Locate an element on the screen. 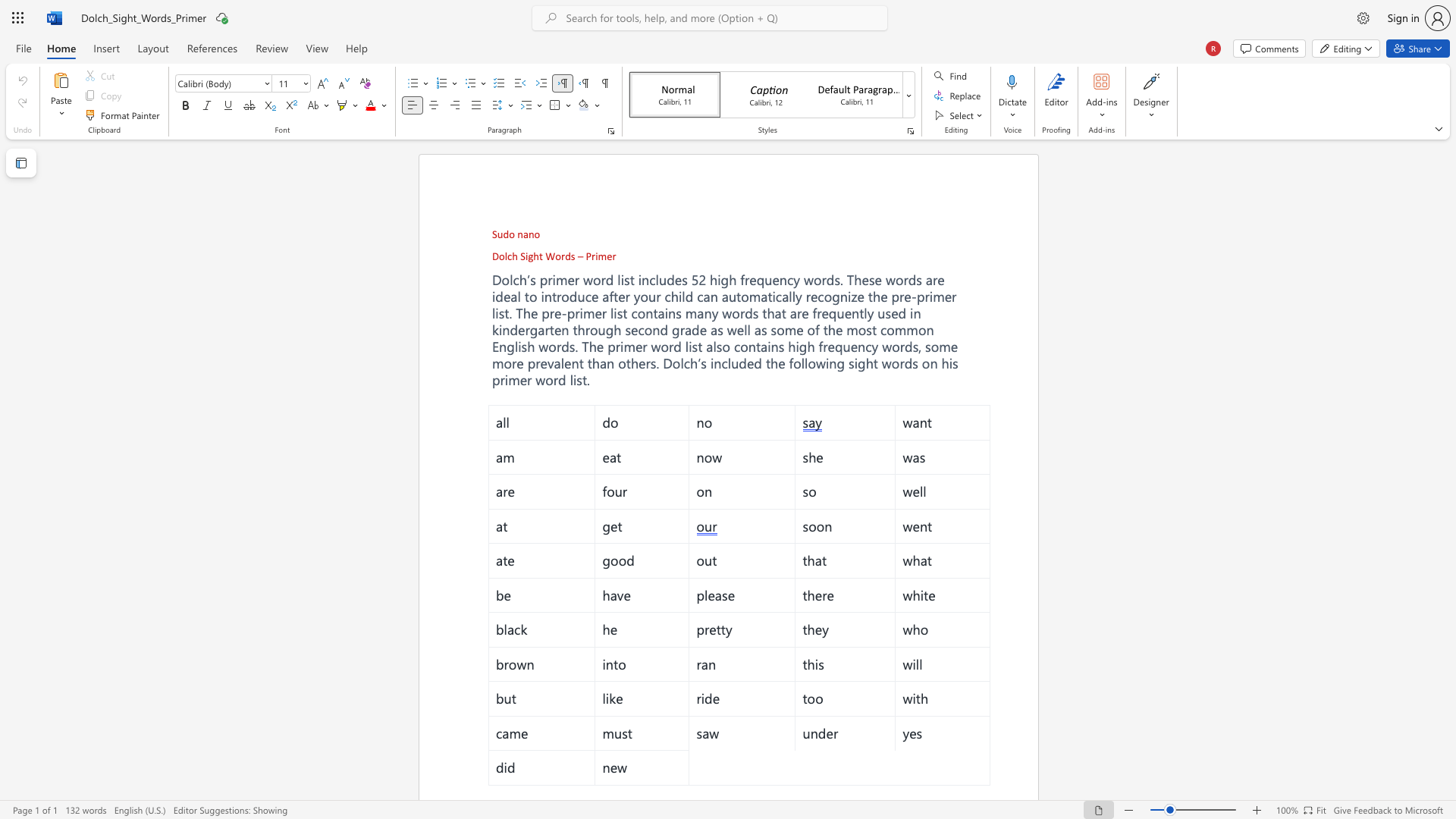 This screenshot has height=819, width=1456. the subset text "of the most common English word" within the text "used in kindergarten through second grade as well as some of the most common English words. The primer word list also" is located at coordinates (806, 329).